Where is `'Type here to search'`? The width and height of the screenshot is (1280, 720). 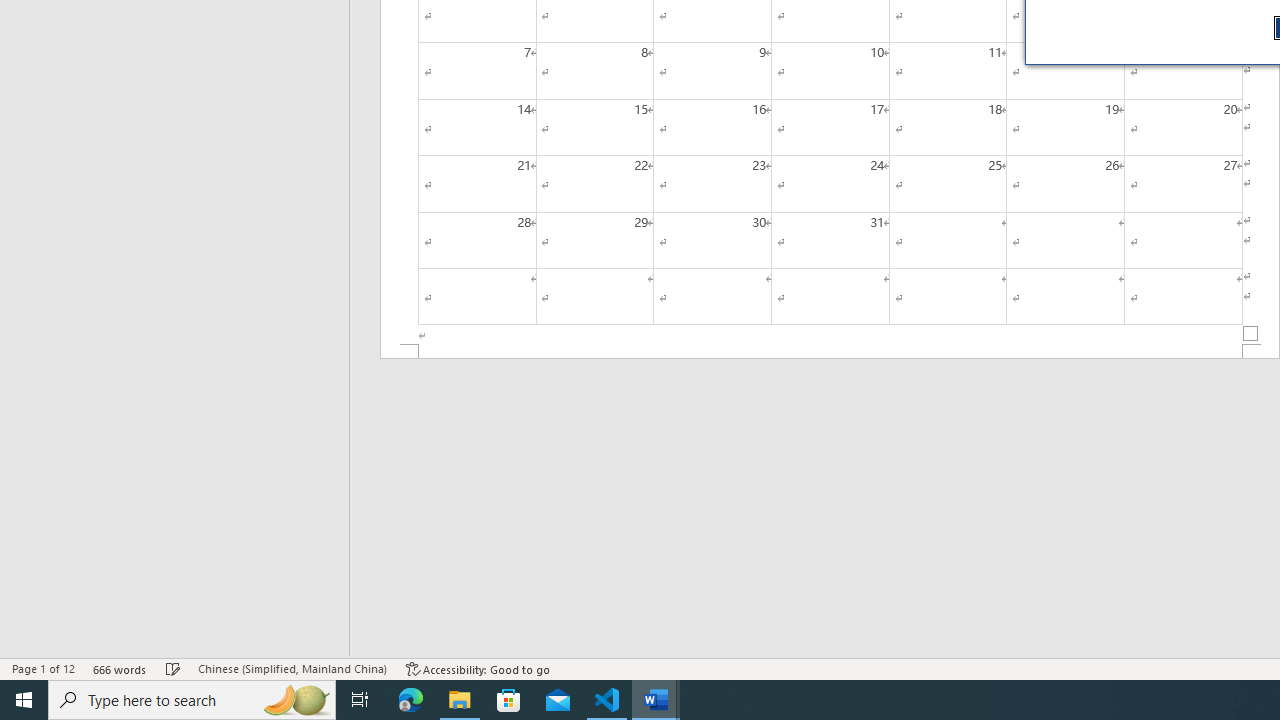 'Type here to search' is located at coordinates (192, 698).